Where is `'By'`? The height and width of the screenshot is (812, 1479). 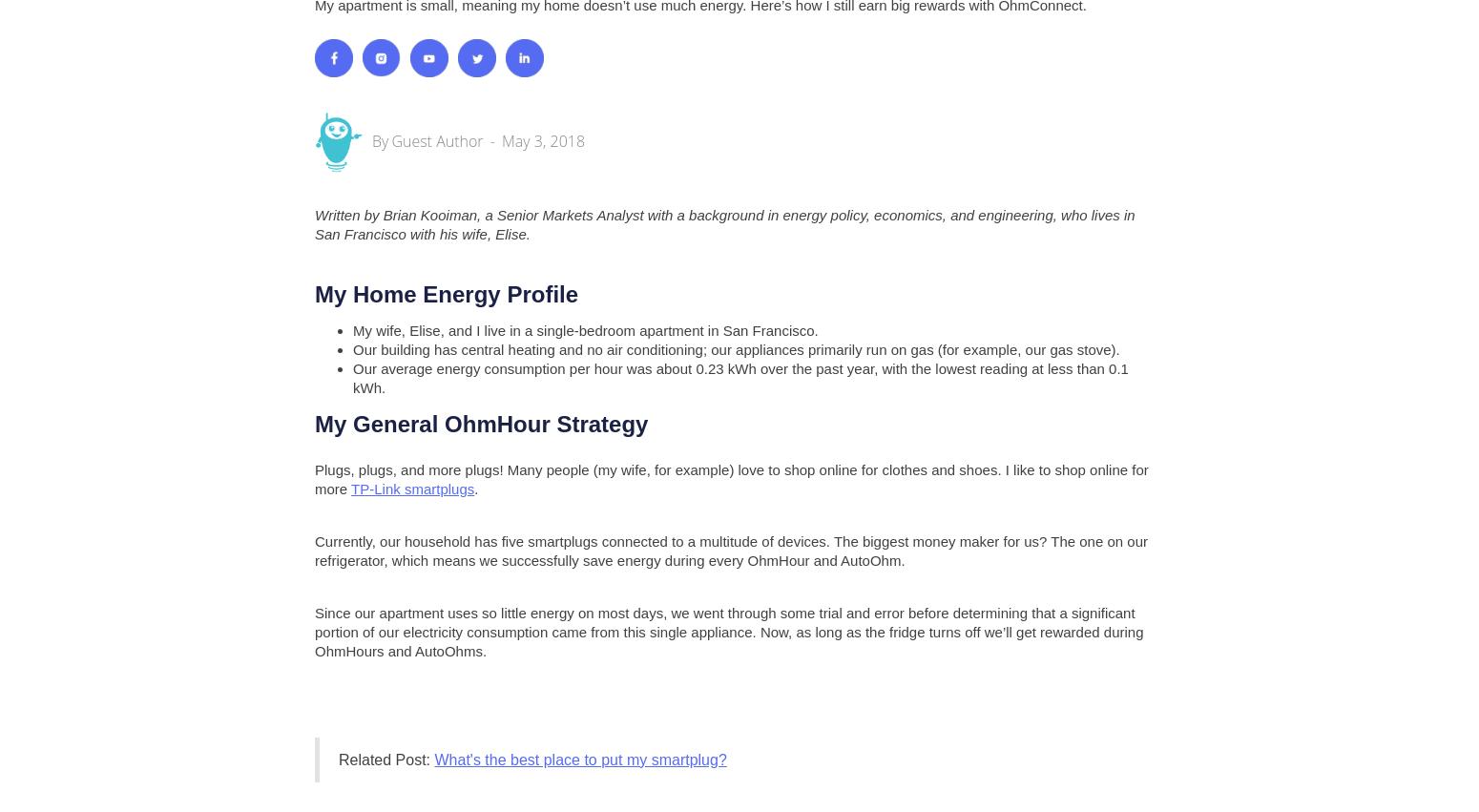
'By' is located at coordinates (380, 139).